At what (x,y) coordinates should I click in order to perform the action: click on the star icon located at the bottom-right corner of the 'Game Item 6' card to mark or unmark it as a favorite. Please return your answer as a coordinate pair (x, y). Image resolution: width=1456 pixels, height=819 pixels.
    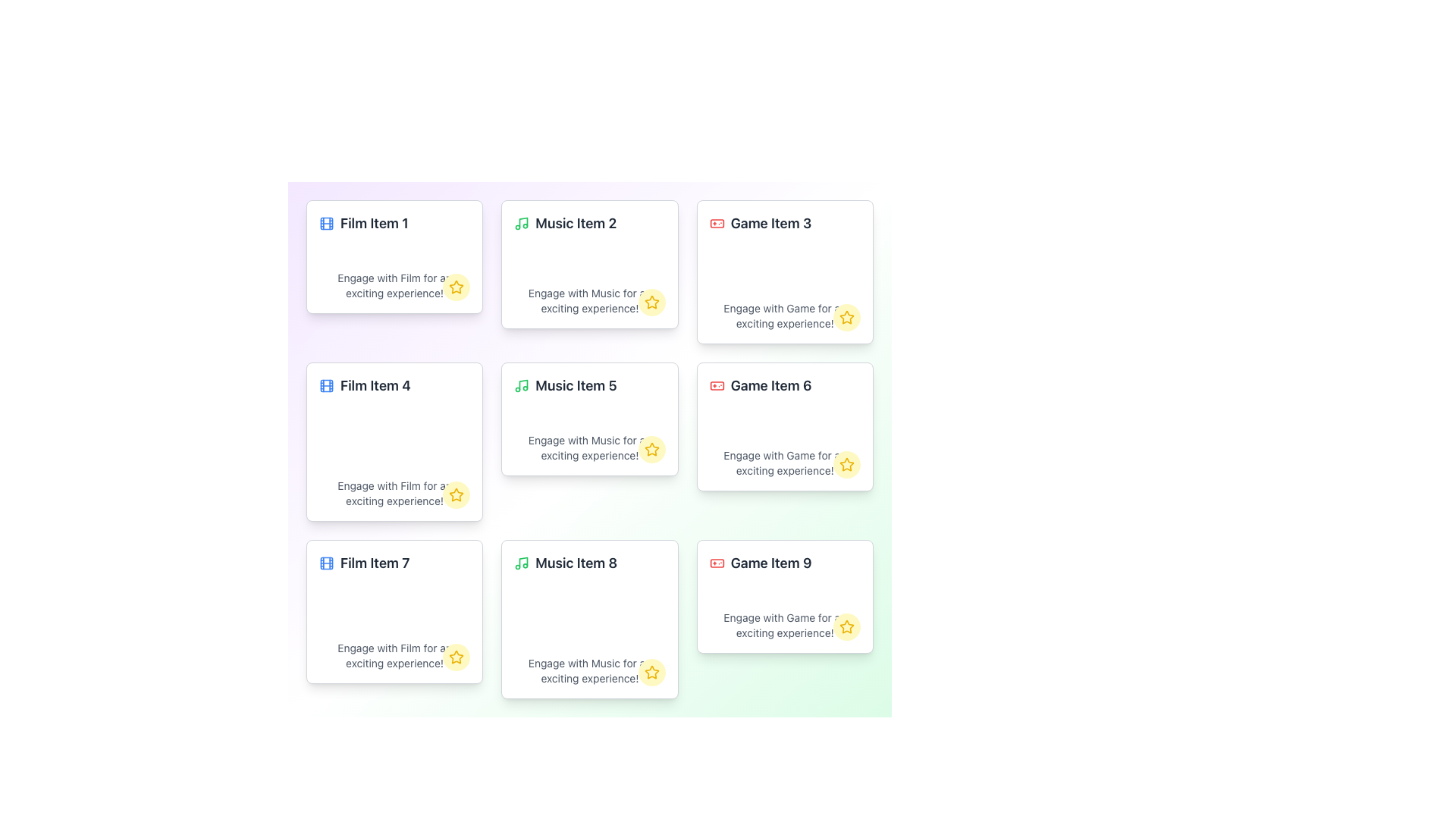
    Looking at the image, I should click on (846, 463).